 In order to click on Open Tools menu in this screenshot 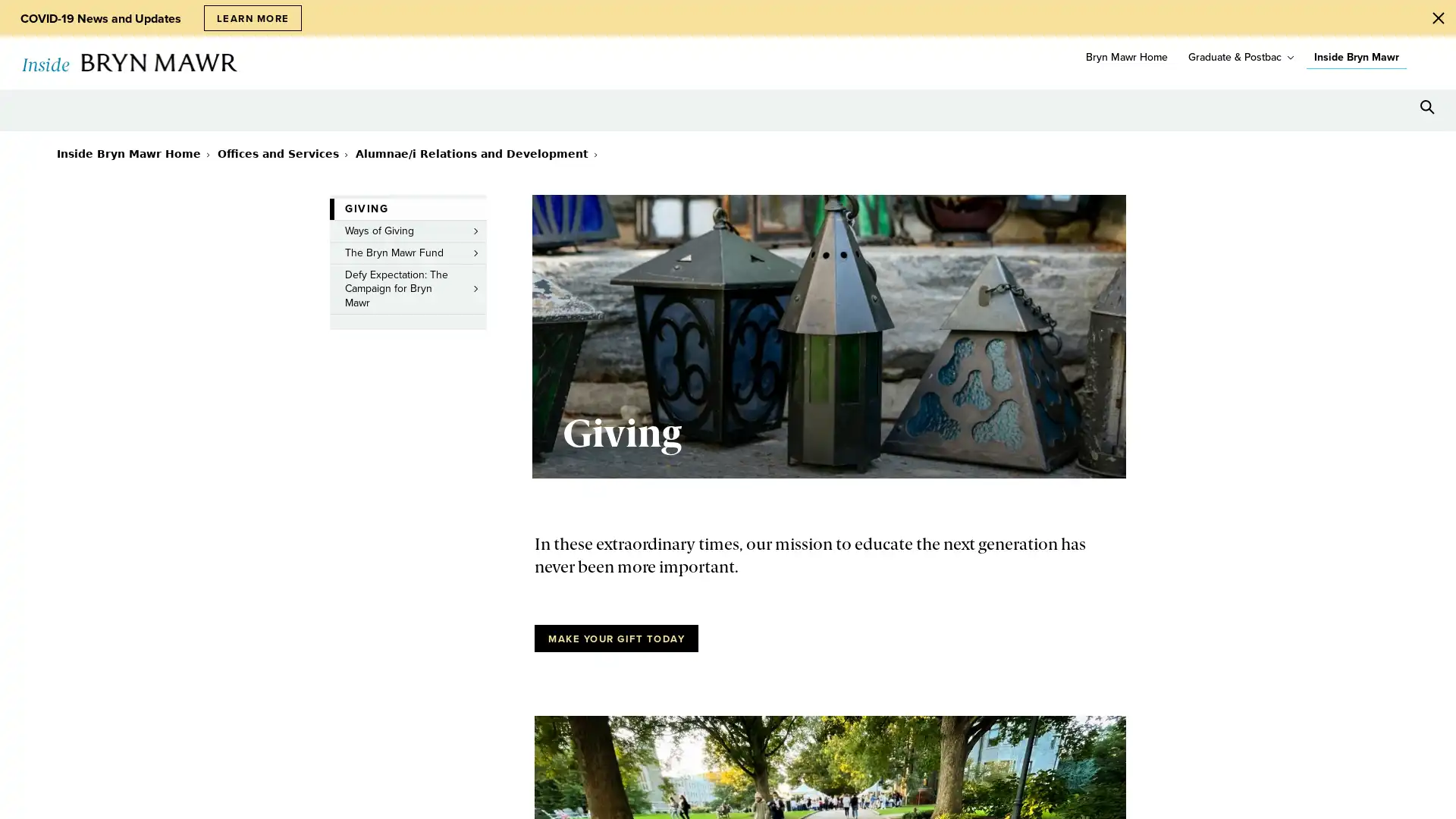, I will do `click(1351, 105)`.